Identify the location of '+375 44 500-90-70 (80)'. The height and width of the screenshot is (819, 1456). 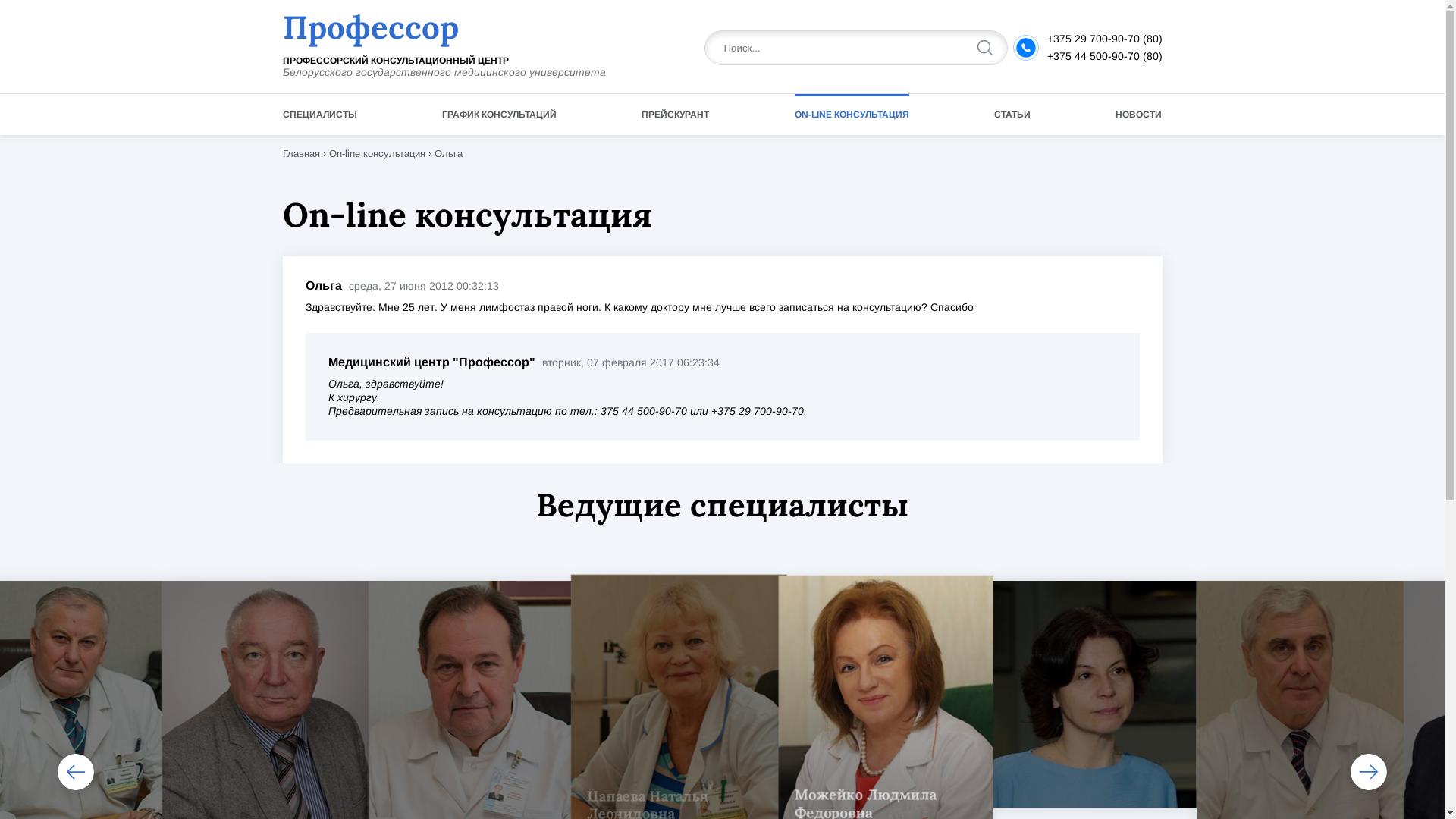
(1103, 55).